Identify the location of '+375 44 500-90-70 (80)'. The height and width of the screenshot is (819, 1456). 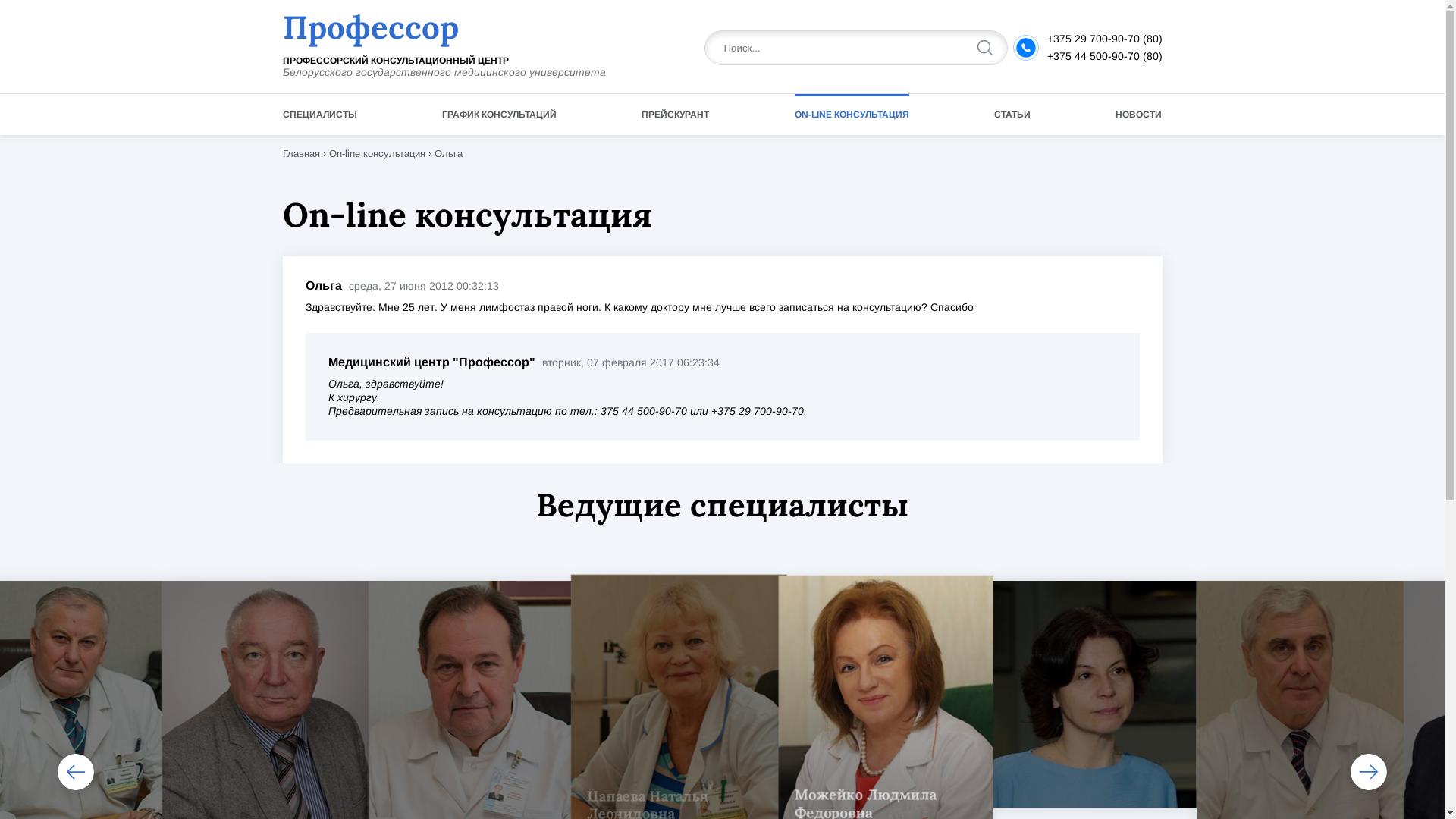
(1103, 55).